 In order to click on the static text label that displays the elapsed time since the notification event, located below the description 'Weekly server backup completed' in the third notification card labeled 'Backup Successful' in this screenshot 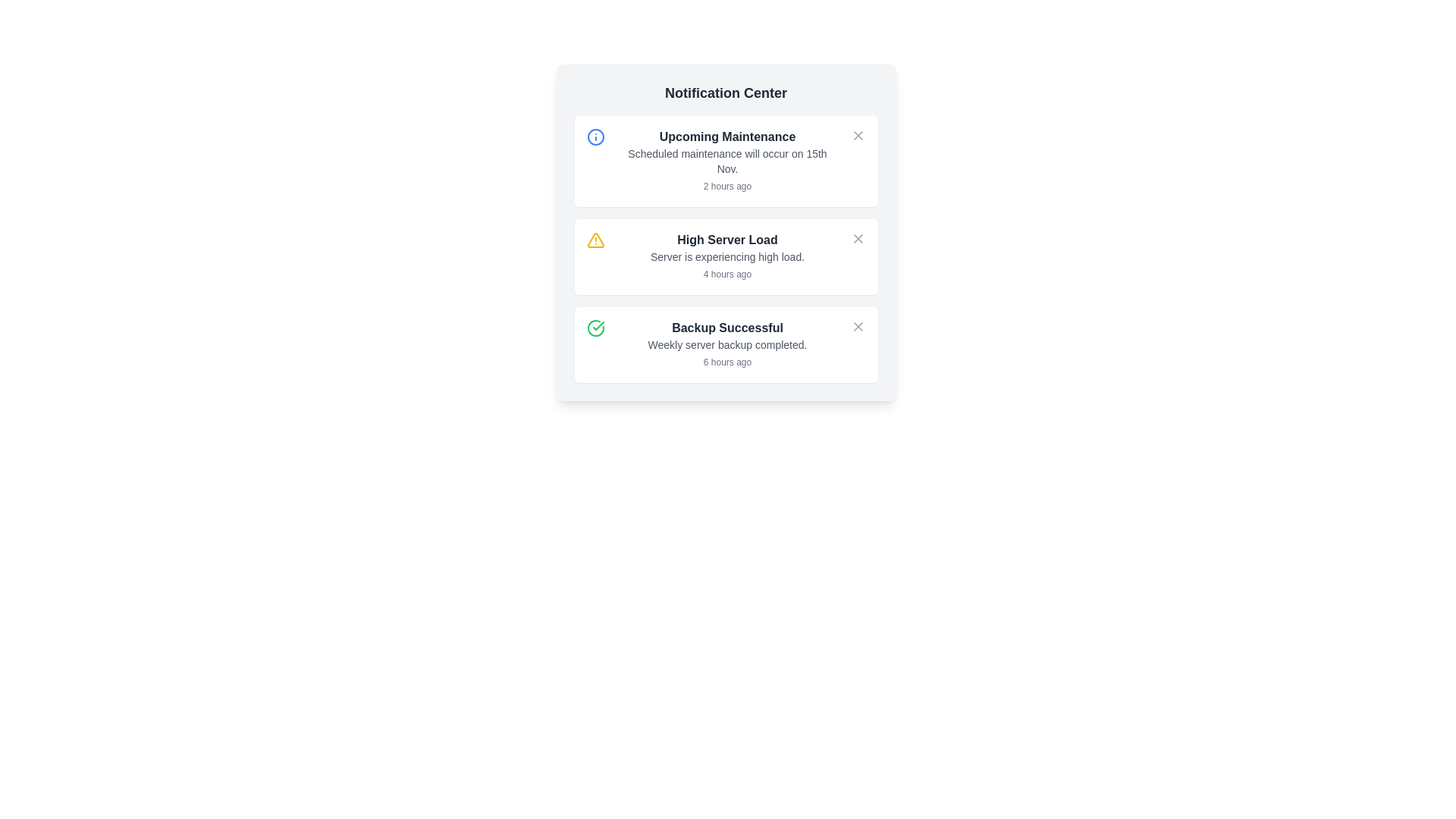, I will do `click(726, 362)`.